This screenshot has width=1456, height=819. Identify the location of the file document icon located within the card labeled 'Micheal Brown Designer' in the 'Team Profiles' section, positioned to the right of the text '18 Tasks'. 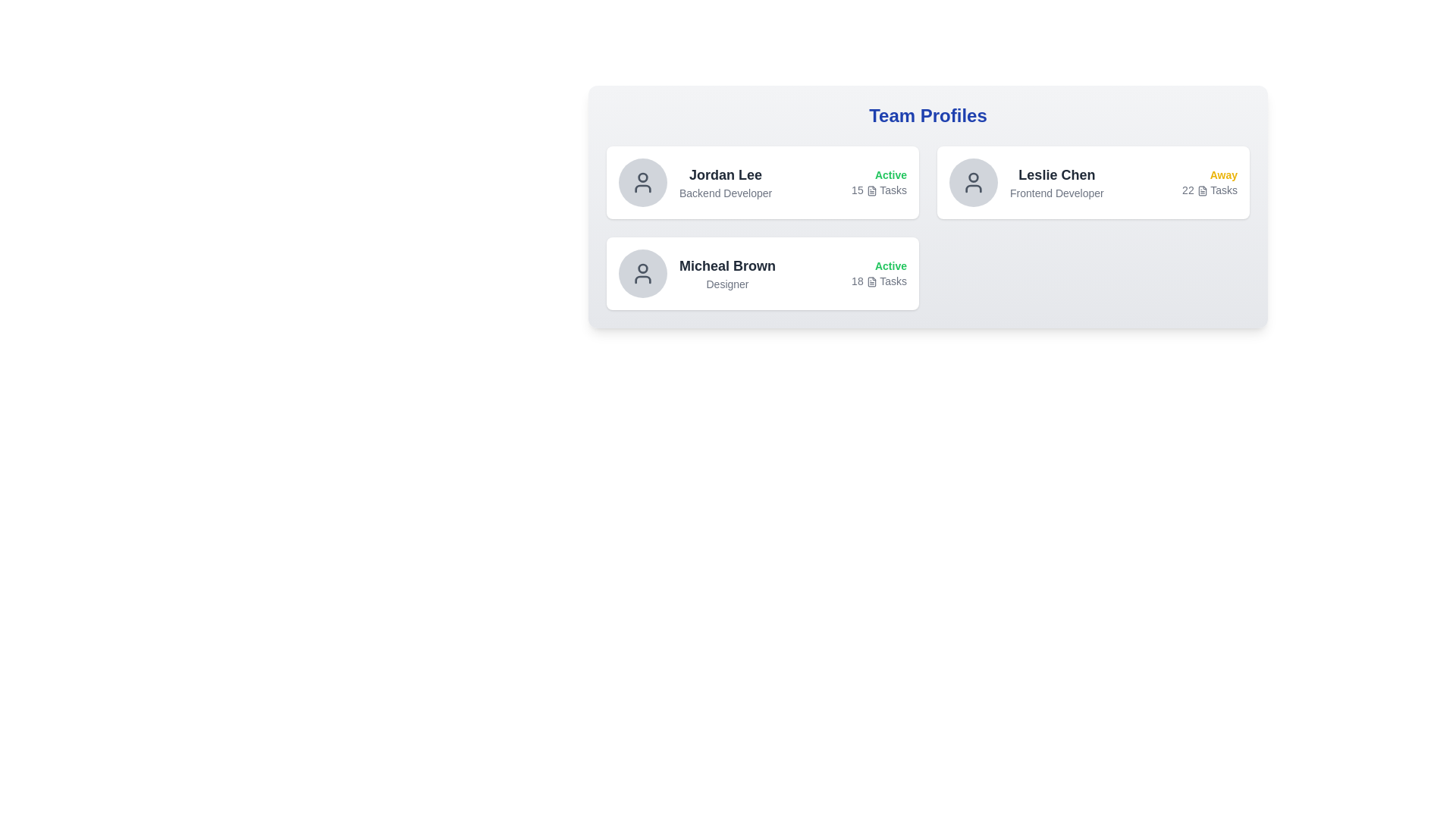
(871, 282).